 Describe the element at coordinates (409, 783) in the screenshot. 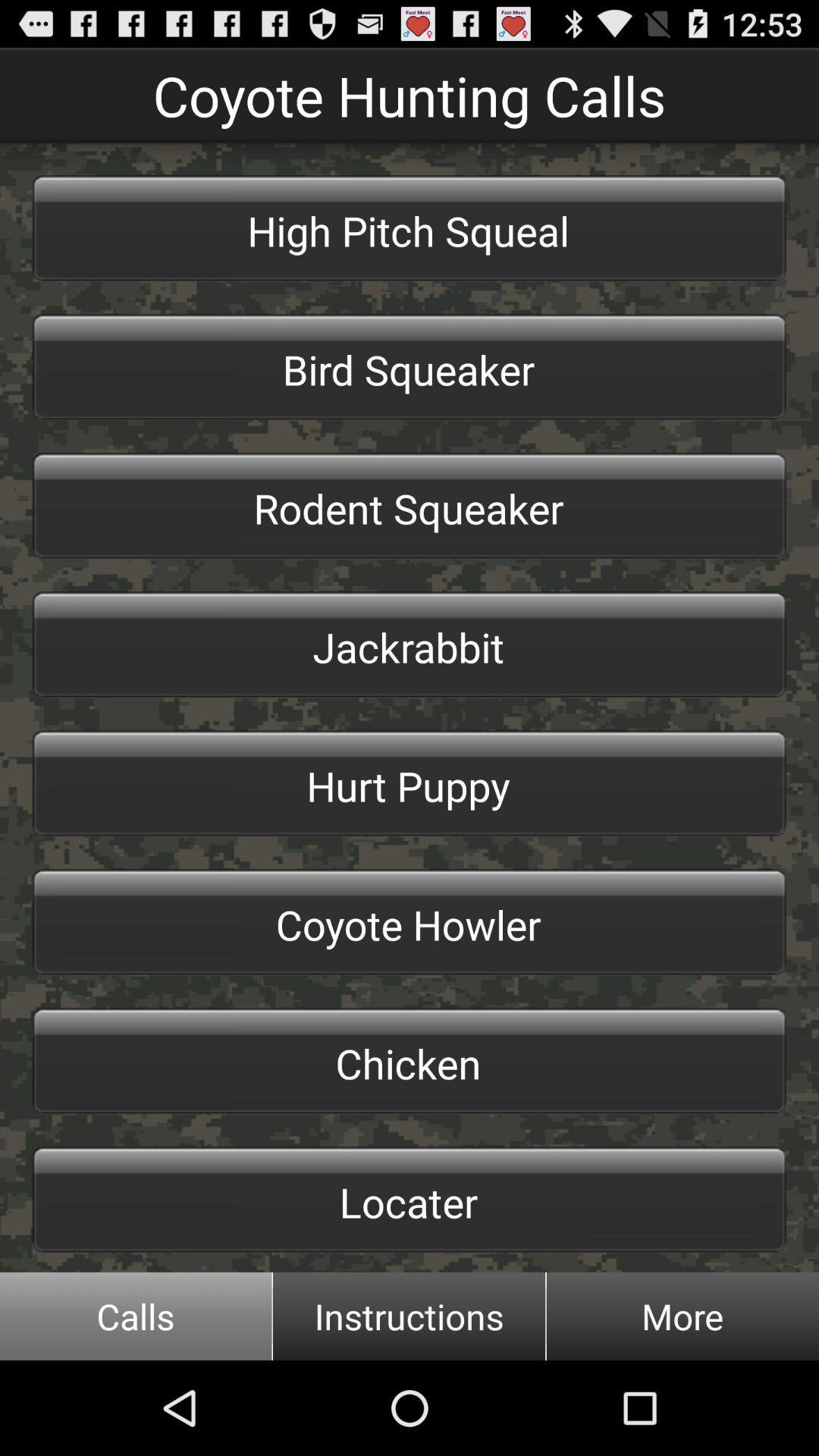

I see `the hurt puppy item` at that location.